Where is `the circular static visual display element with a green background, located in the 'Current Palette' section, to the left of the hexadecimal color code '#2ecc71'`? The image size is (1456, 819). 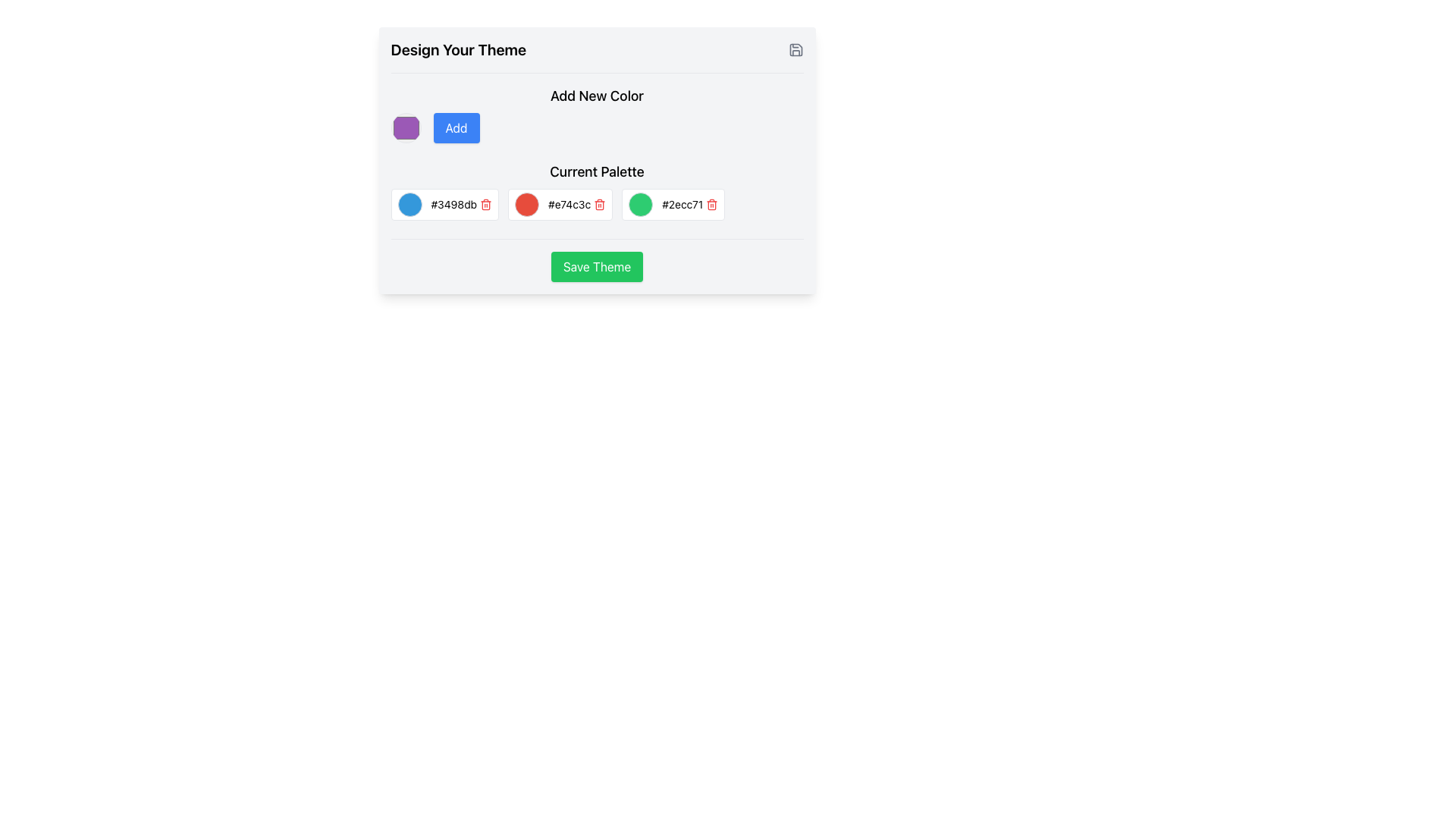
the circular static visual display element with a green background, located in the 'Current Palette' section, to the left of the hexadecimal color code '#2ecc71' is located at coordinates (641, 205).